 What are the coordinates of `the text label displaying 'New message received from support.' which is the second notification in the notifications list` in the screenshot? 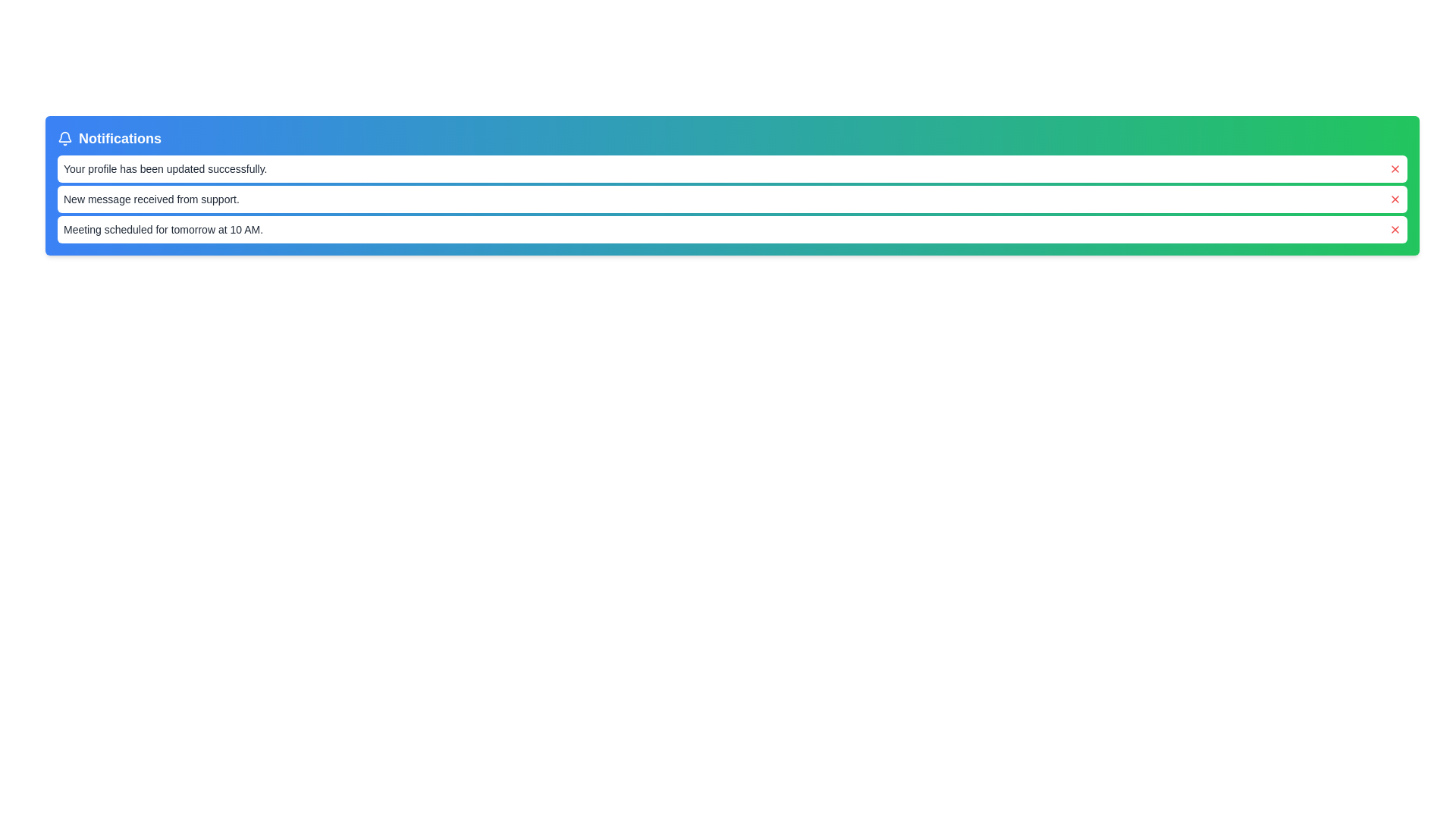 It's located at (151, 198).